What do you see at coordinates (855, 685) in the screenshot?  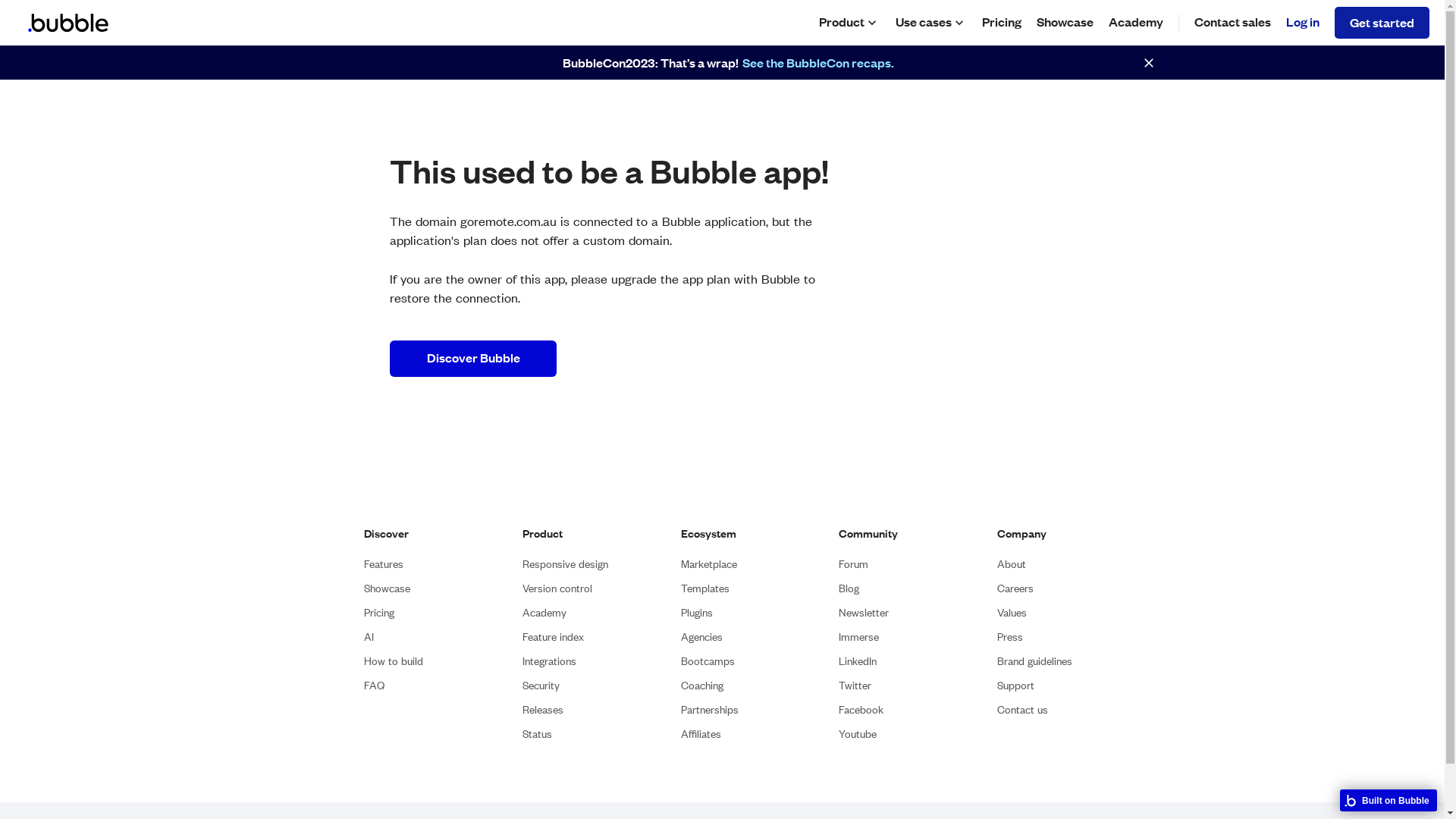 I see `'Twitter'` at bounding box center [855, 685].